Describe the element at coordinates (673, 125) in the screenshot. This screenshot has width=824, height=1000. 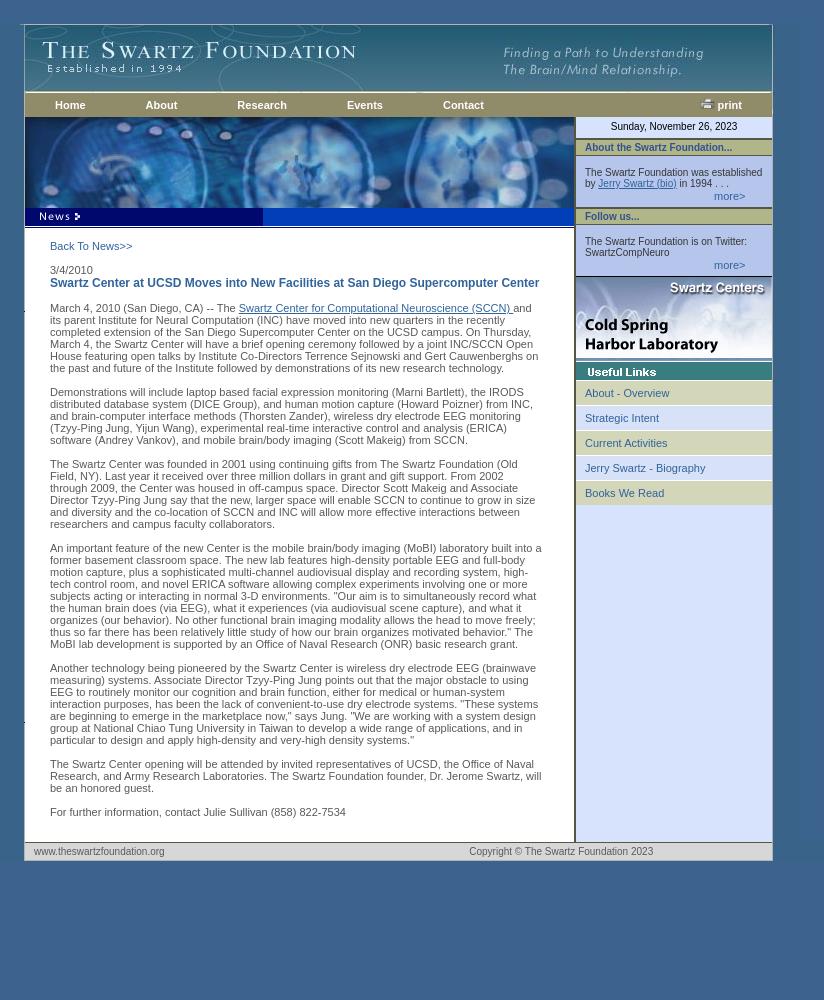
I see `'Sunday, November 26, 2023'` at that location.